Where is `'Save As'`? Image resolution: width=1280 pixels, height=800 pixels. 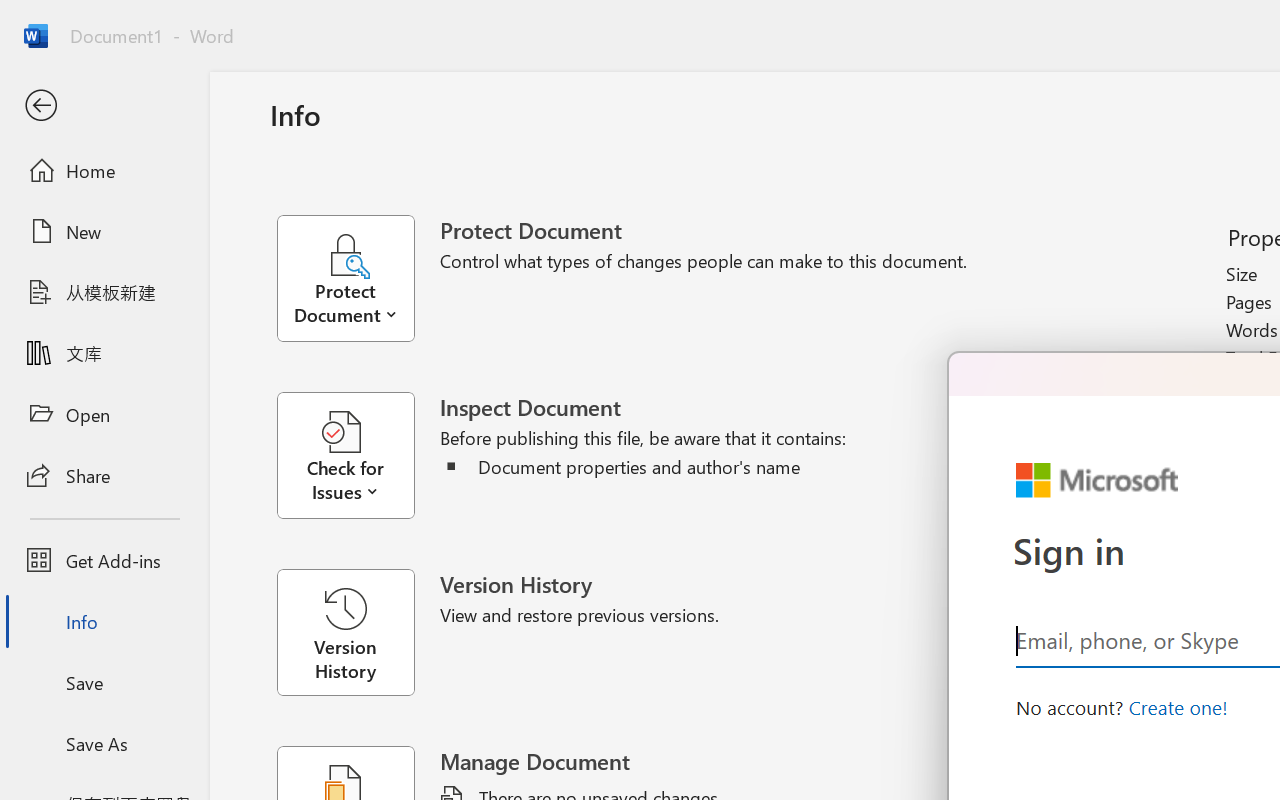
'Save As' is located at coordinates (103, 743).